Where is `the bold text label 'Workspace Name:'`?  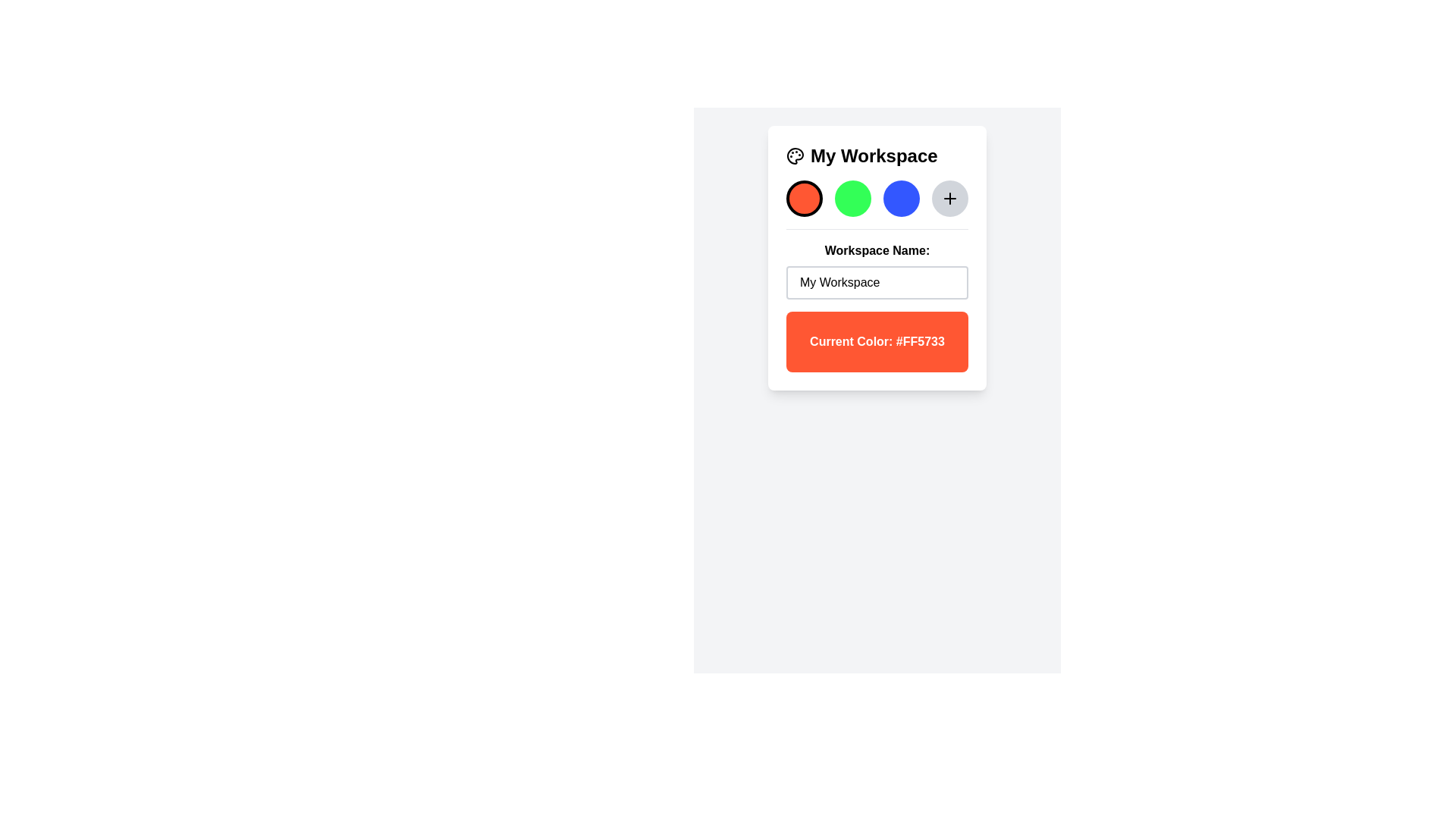 the bold text label 'Workspace Name:' is located at coordinates (877, 262).